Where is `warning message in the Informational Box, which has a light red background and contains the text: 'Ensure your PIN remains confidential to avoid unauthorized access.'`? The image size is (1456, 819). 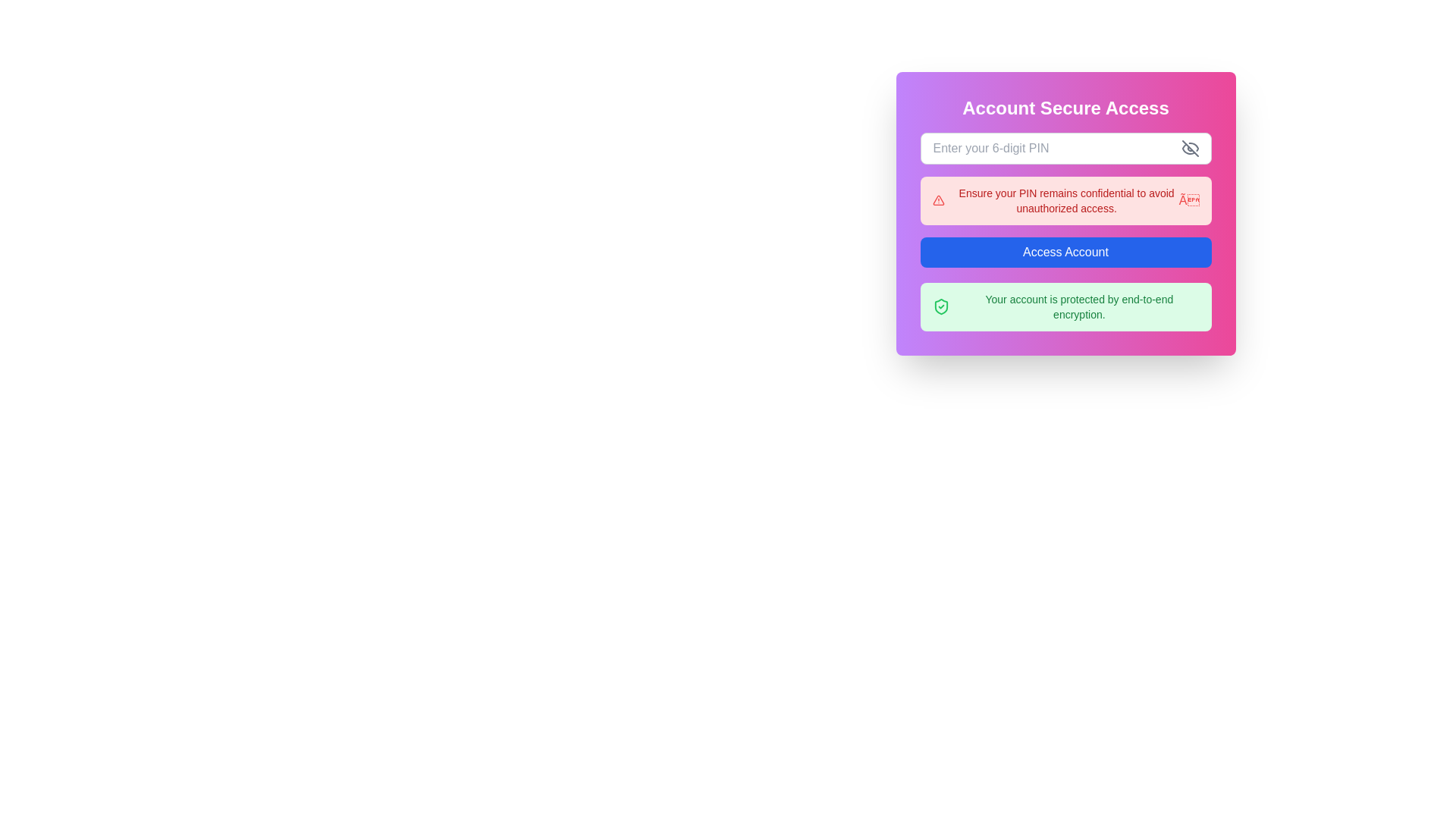 warning message in the Informational Box, which has a light red background and contains the text: 'Ensure your PIN remains confidential to avoid unauthorized access.' is located at coordinates (1065, 200).